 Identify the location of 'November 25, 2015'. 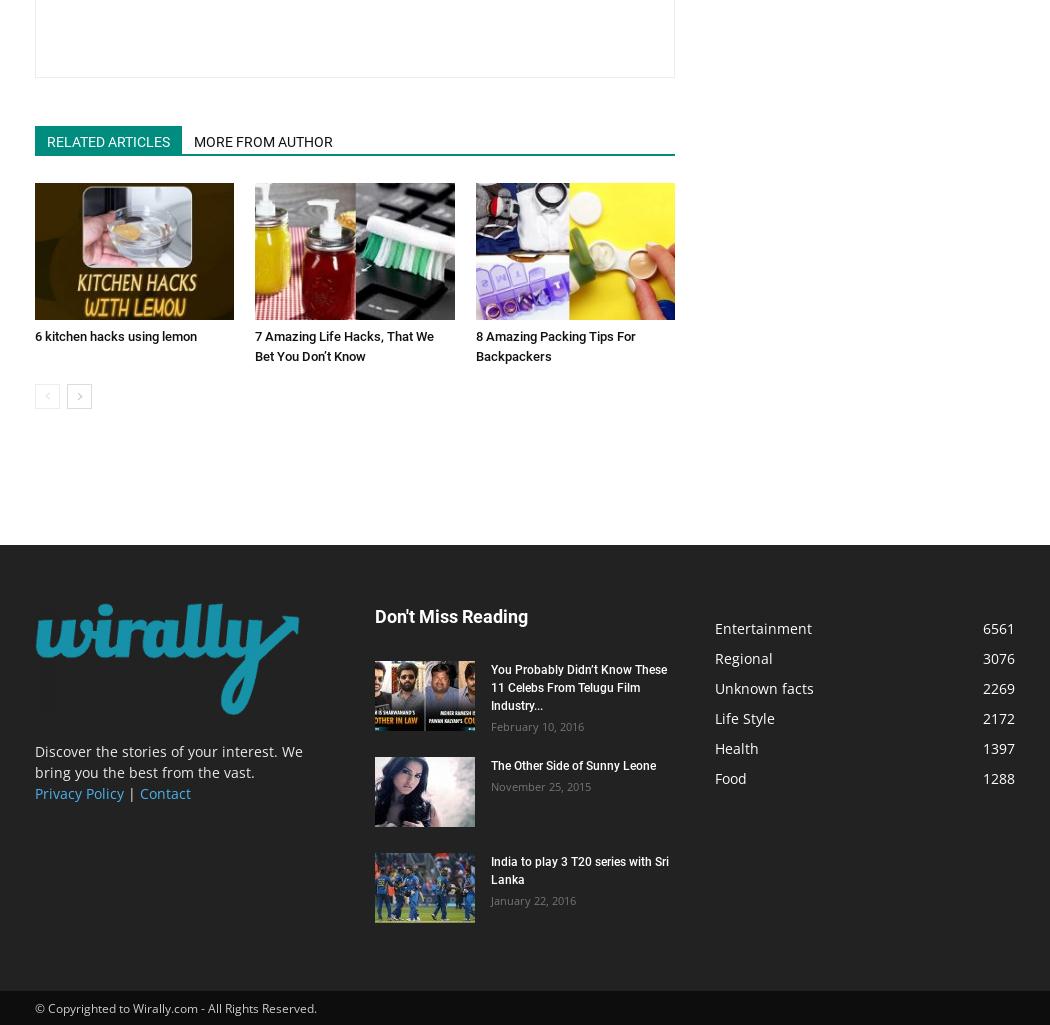
(489, 786).